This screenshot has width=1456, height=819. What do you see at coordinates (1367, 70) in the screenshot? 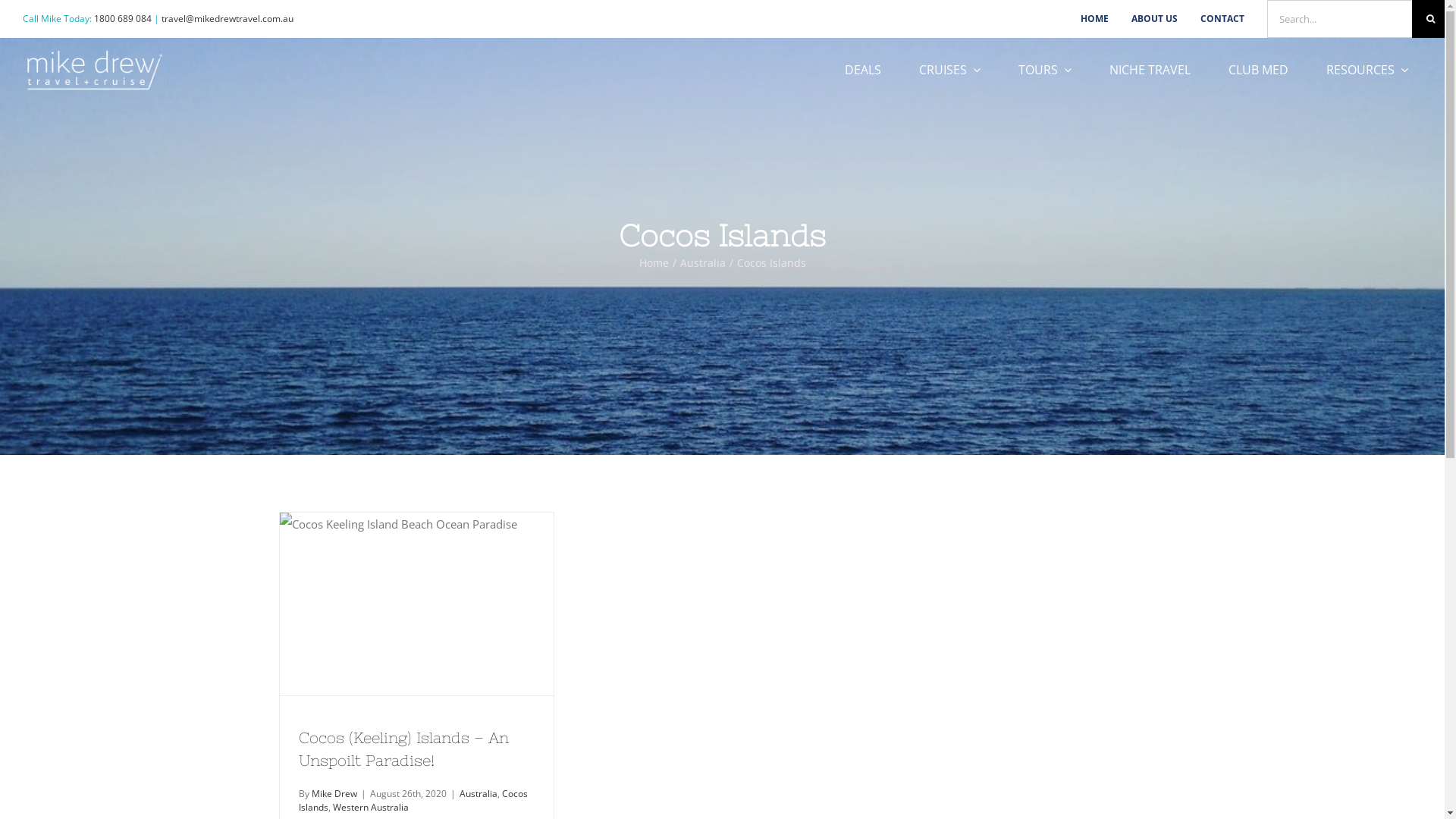
I see `'RESOURCES'` at bounding box center [1367, 70].